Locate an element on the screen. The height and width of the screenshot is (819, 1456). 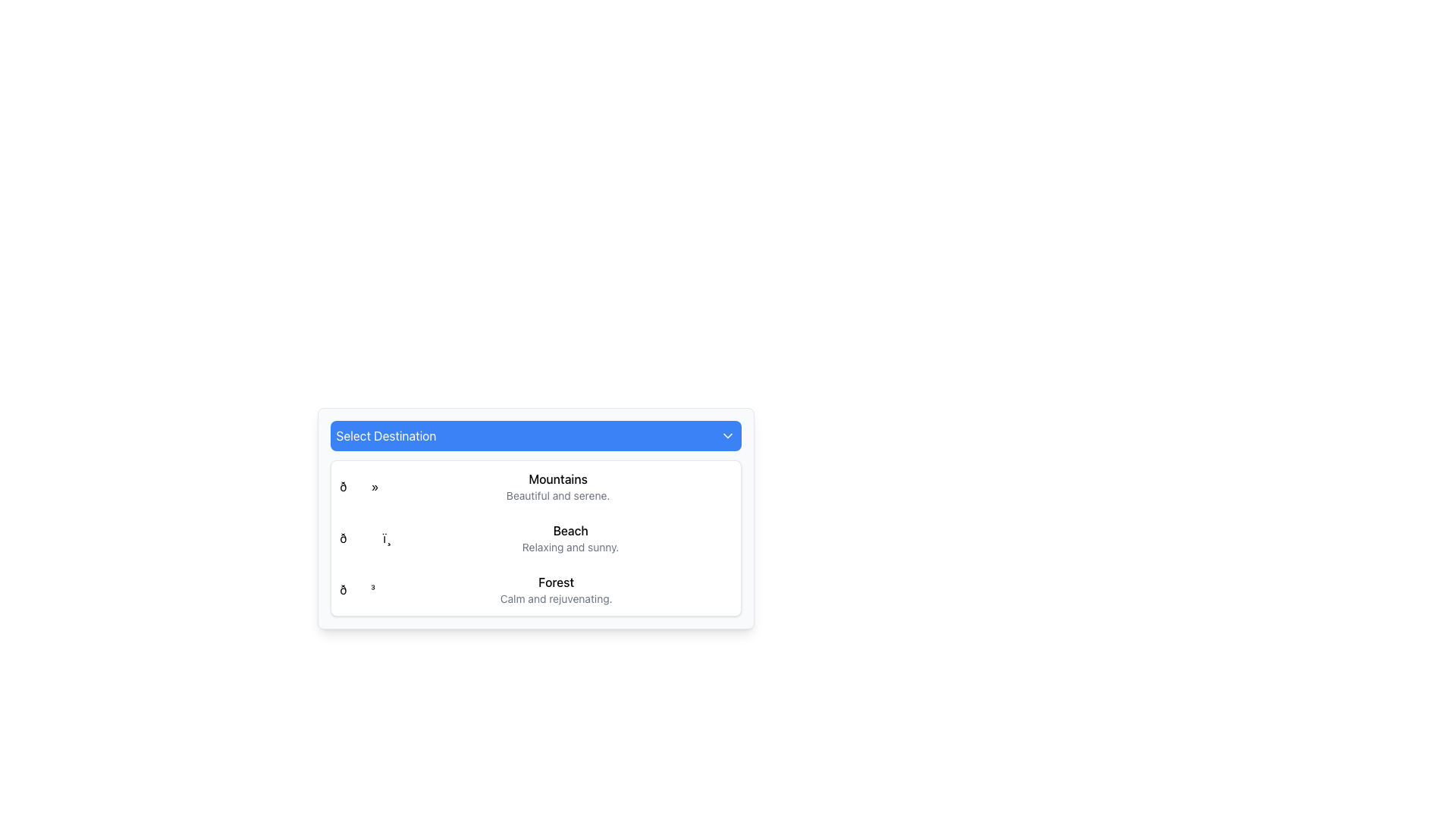
the 'Forest' text label is located at coordinates (555, 581).